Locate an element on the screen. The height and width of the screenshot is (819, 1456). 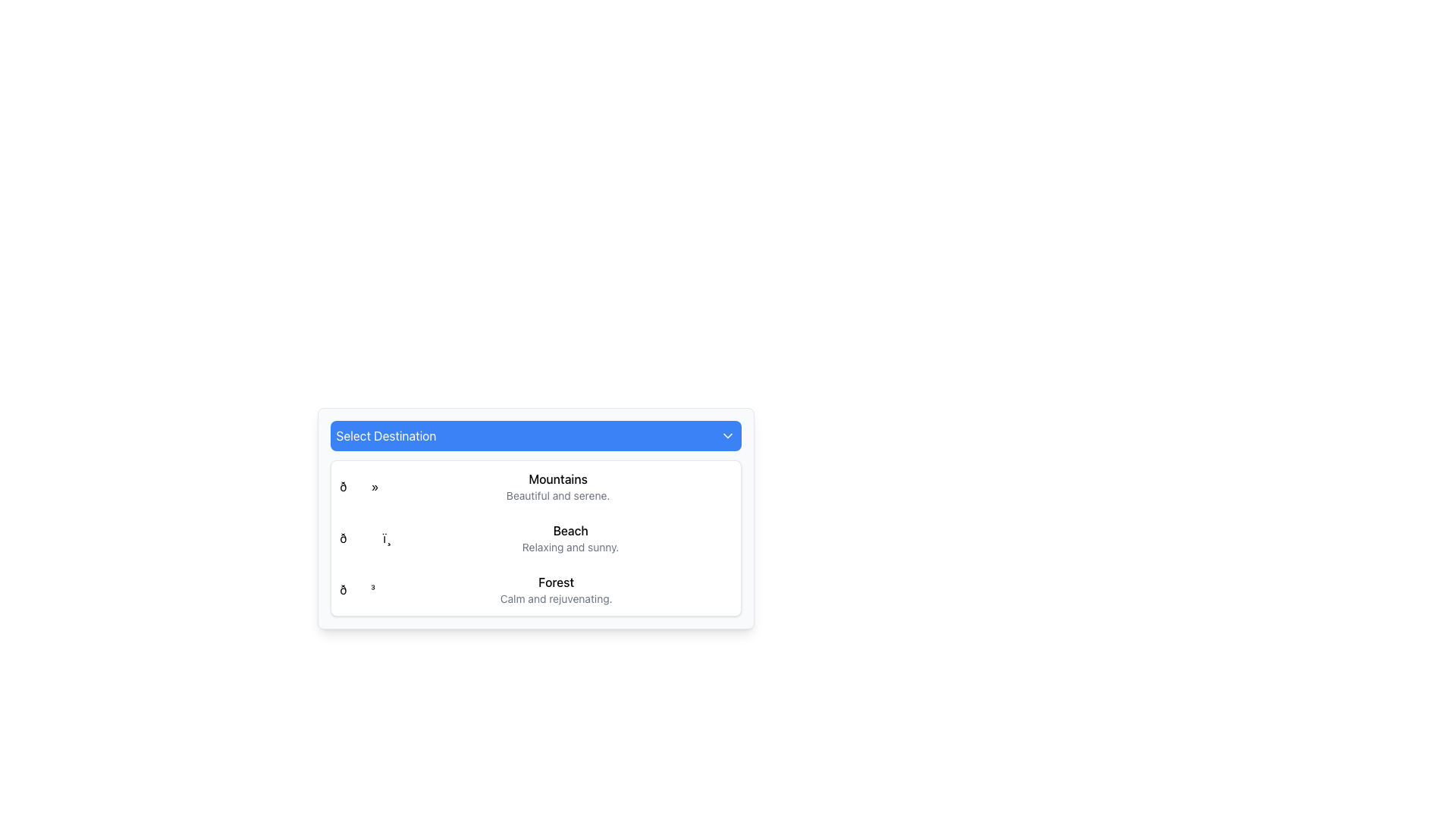
the 'Forest' text label is located at coordinates (555, 581).